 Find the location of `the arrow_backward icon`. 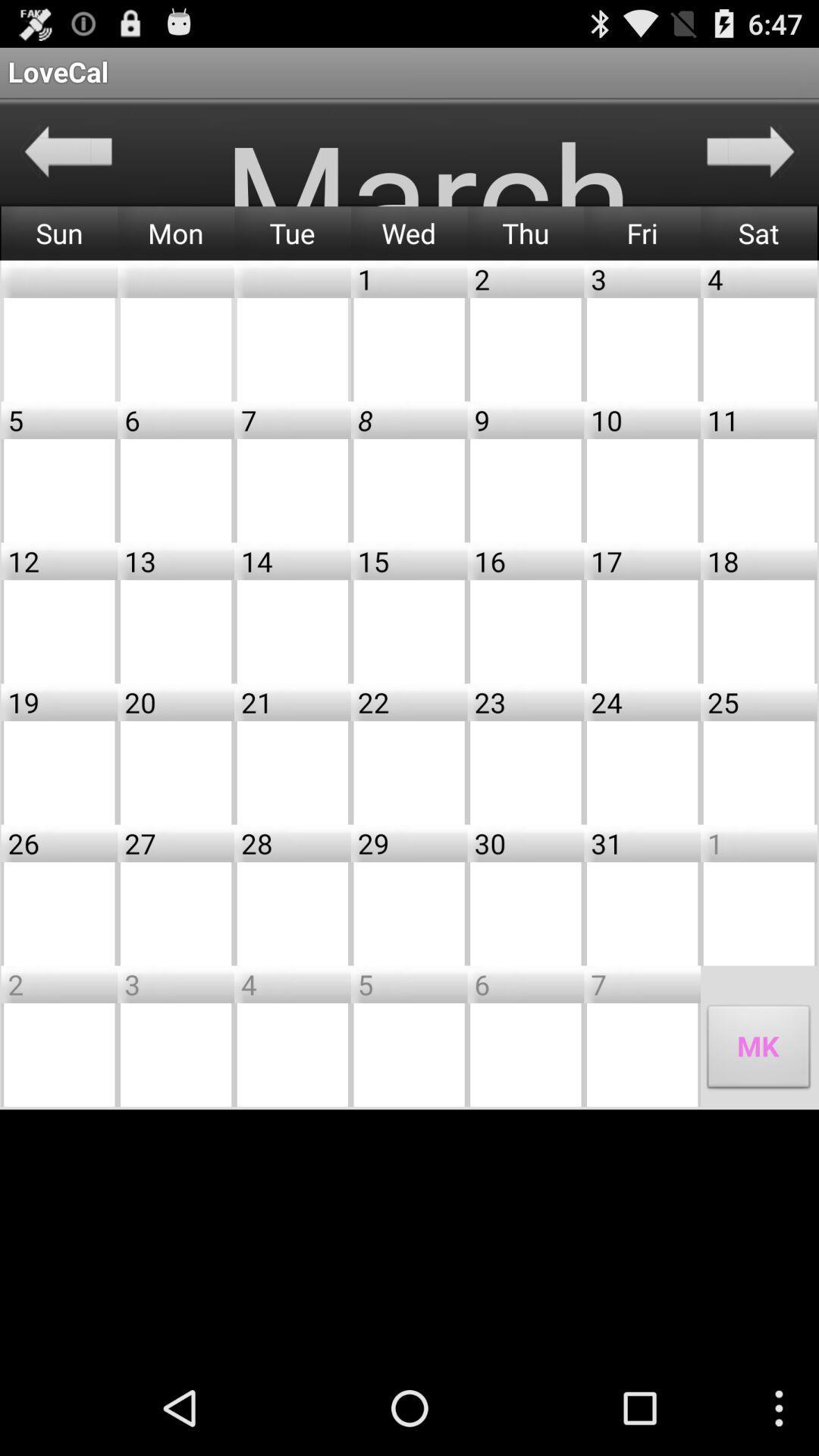

the arrow_backward icon is located at coordinates (67, 162).